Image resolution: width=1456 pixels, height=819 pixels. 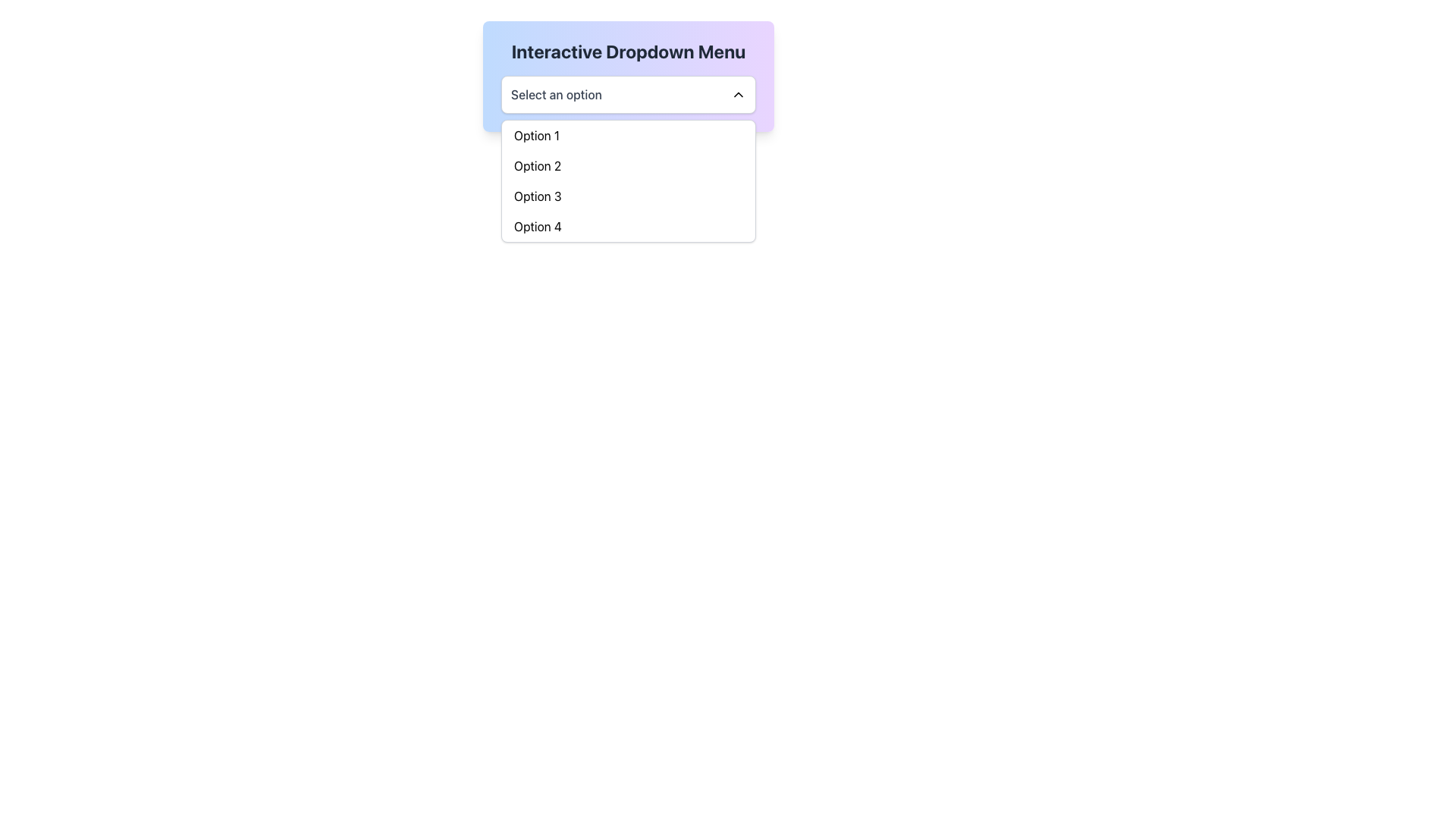 What do you see at coordinates (629, 94) in the screenshot?
I see `an option from the dropdown menu located beneath the title 'Interactive Dropdown Menu' and is the first dropdown component in the interface layout` at bounding box center [629, 94].